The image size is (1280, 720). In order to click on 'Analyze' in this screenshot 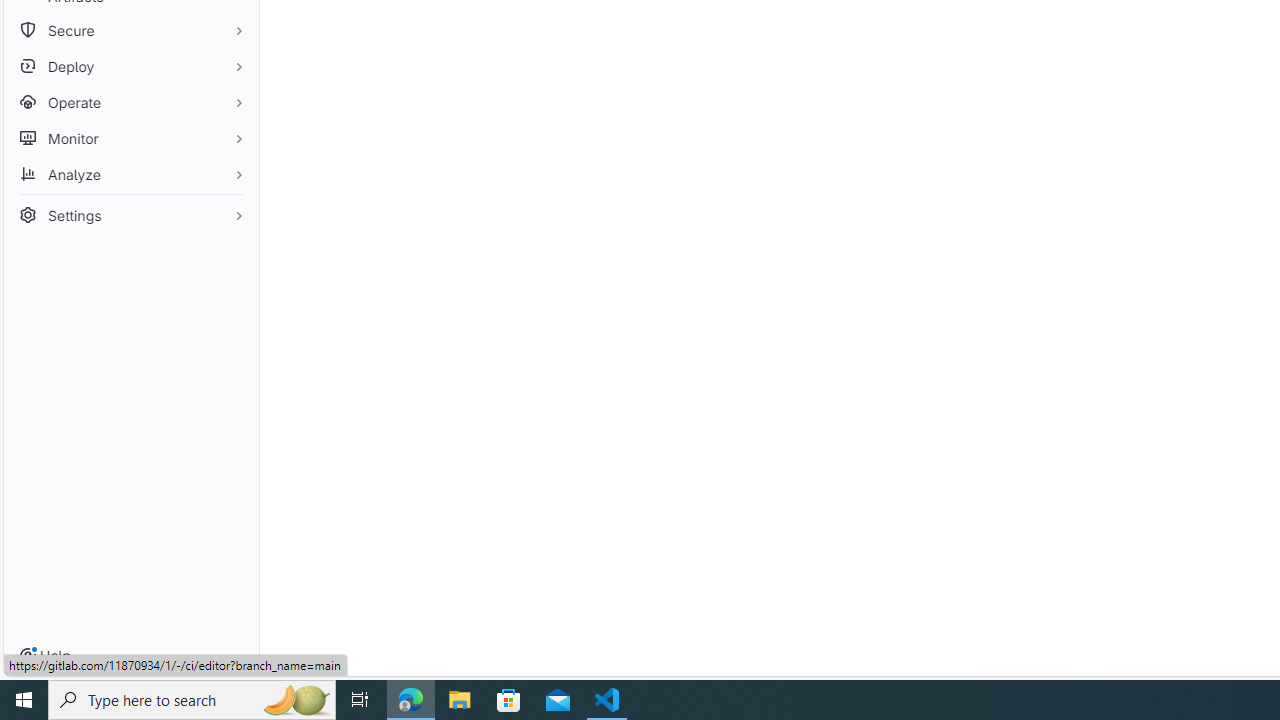, I will do `click(130, 173)`.